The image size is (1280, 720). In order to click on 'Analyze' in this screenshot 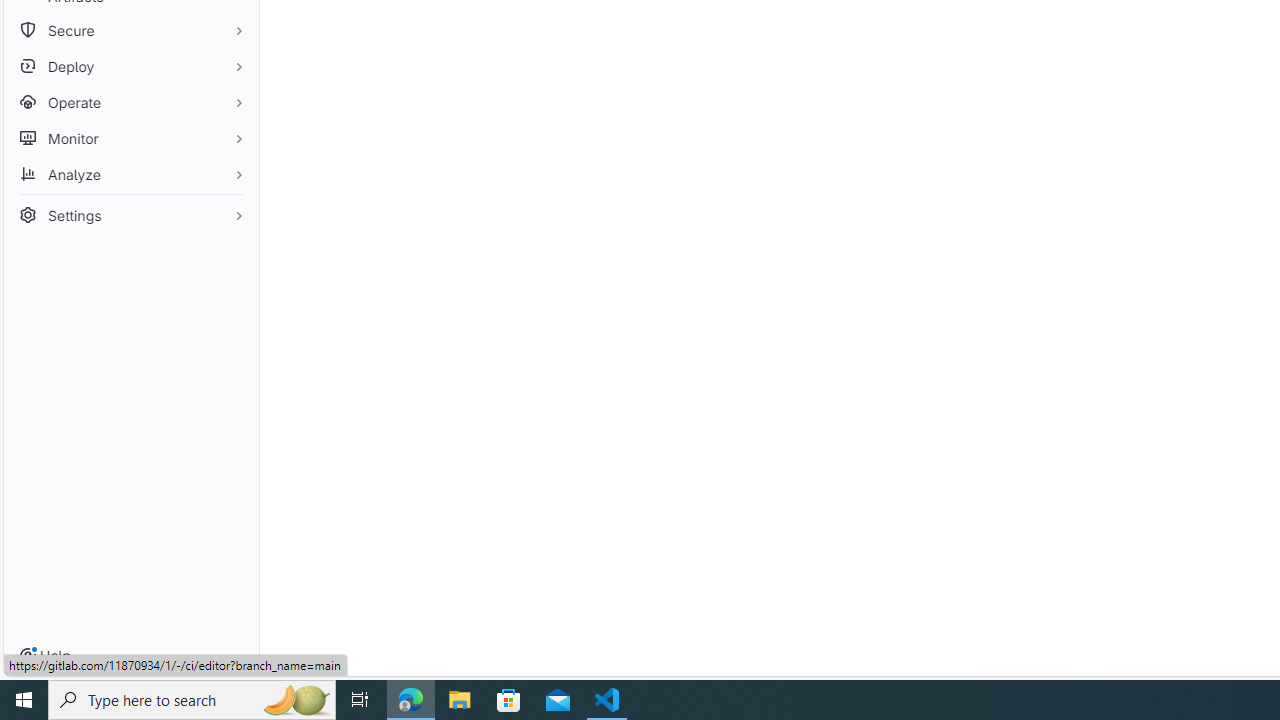, I will do `click(130, 173)`.